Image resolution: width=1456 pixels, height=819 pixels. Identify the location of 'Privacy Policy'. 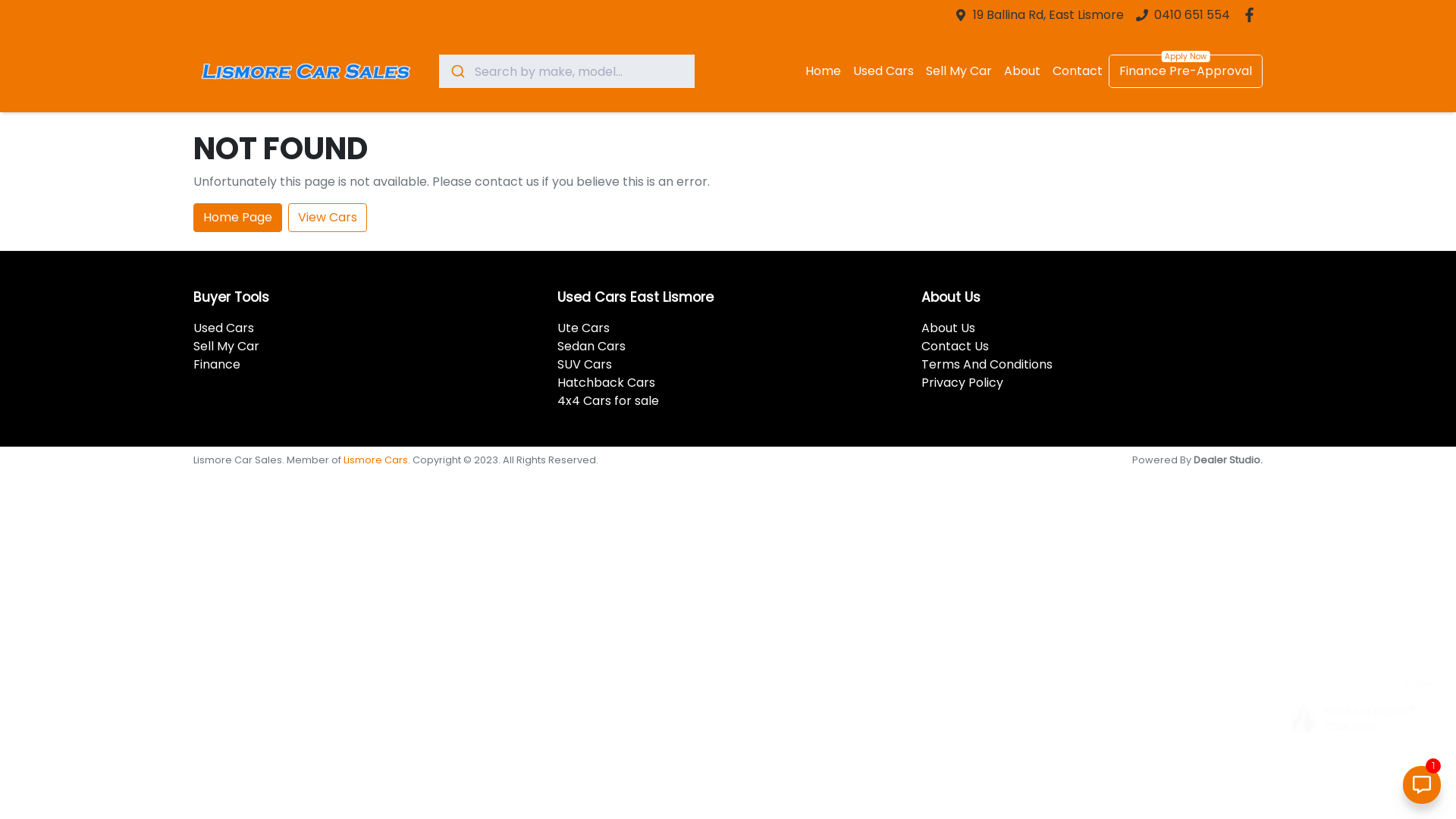
(961, 381).